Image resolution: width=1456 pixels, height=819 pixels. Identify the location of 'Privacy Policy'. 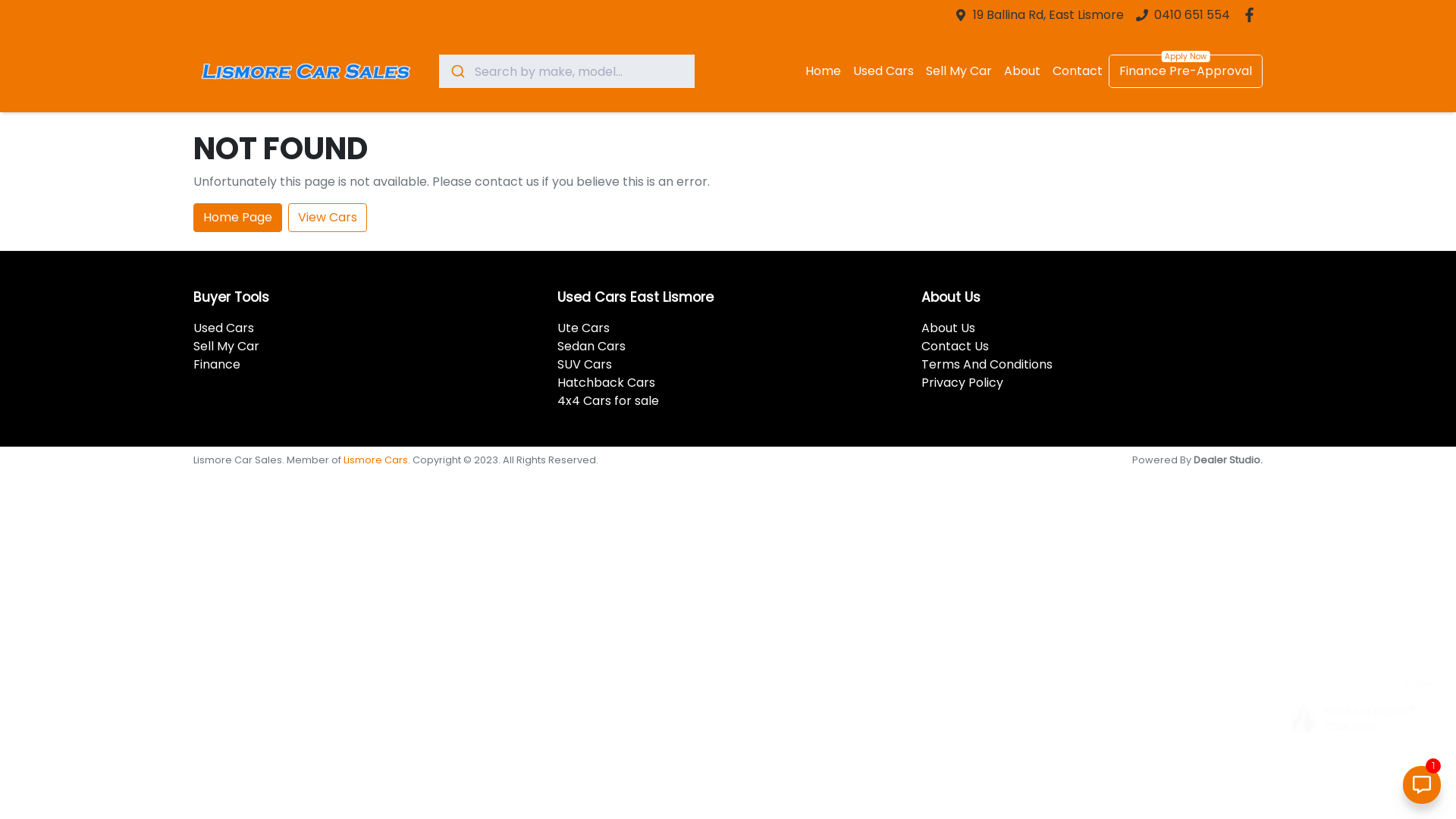
(961, 381).